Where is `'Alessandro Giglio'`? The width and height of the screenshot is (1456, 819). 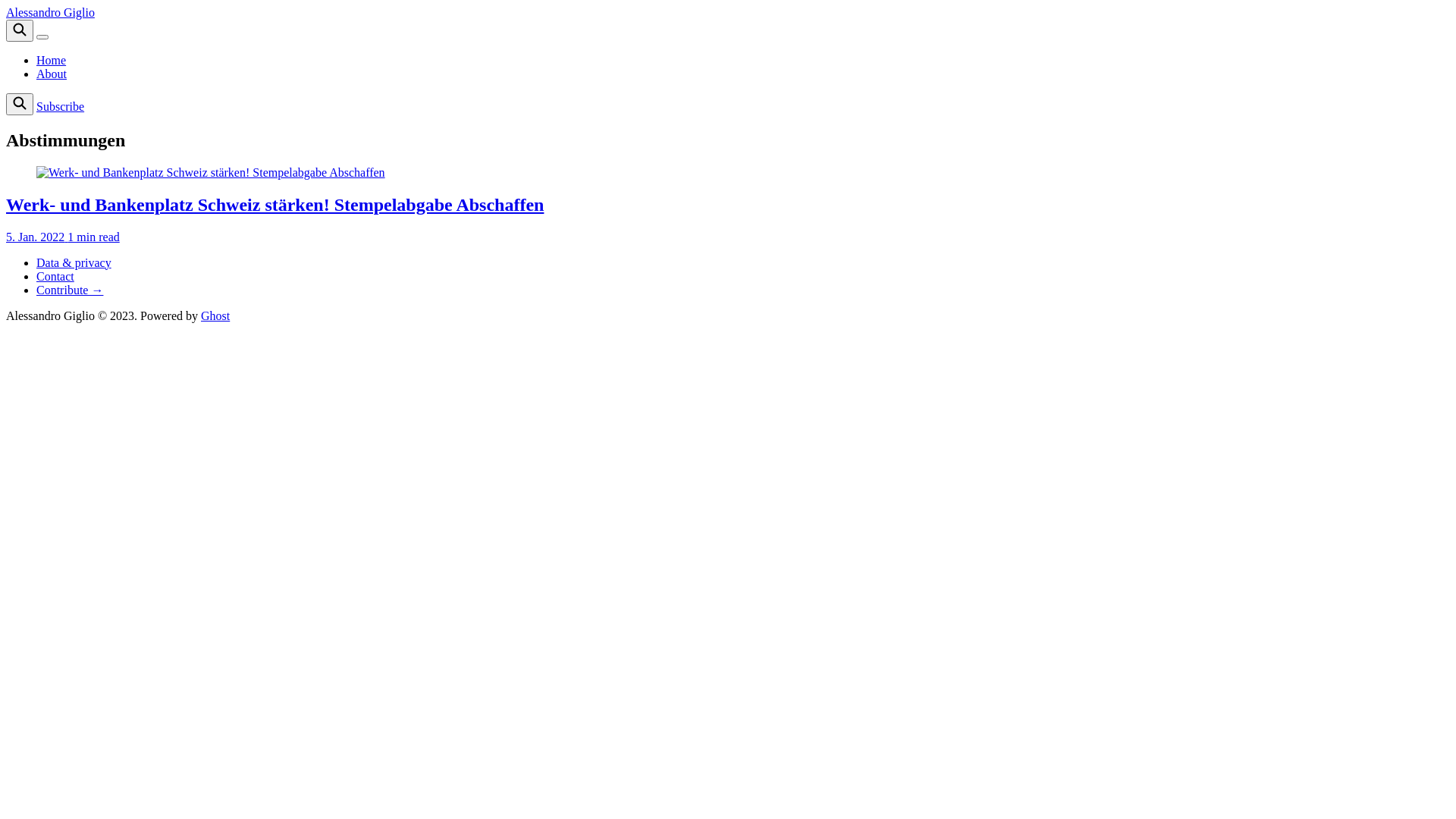 'Alessandro Giglio' is located at coordinates (50, 12).